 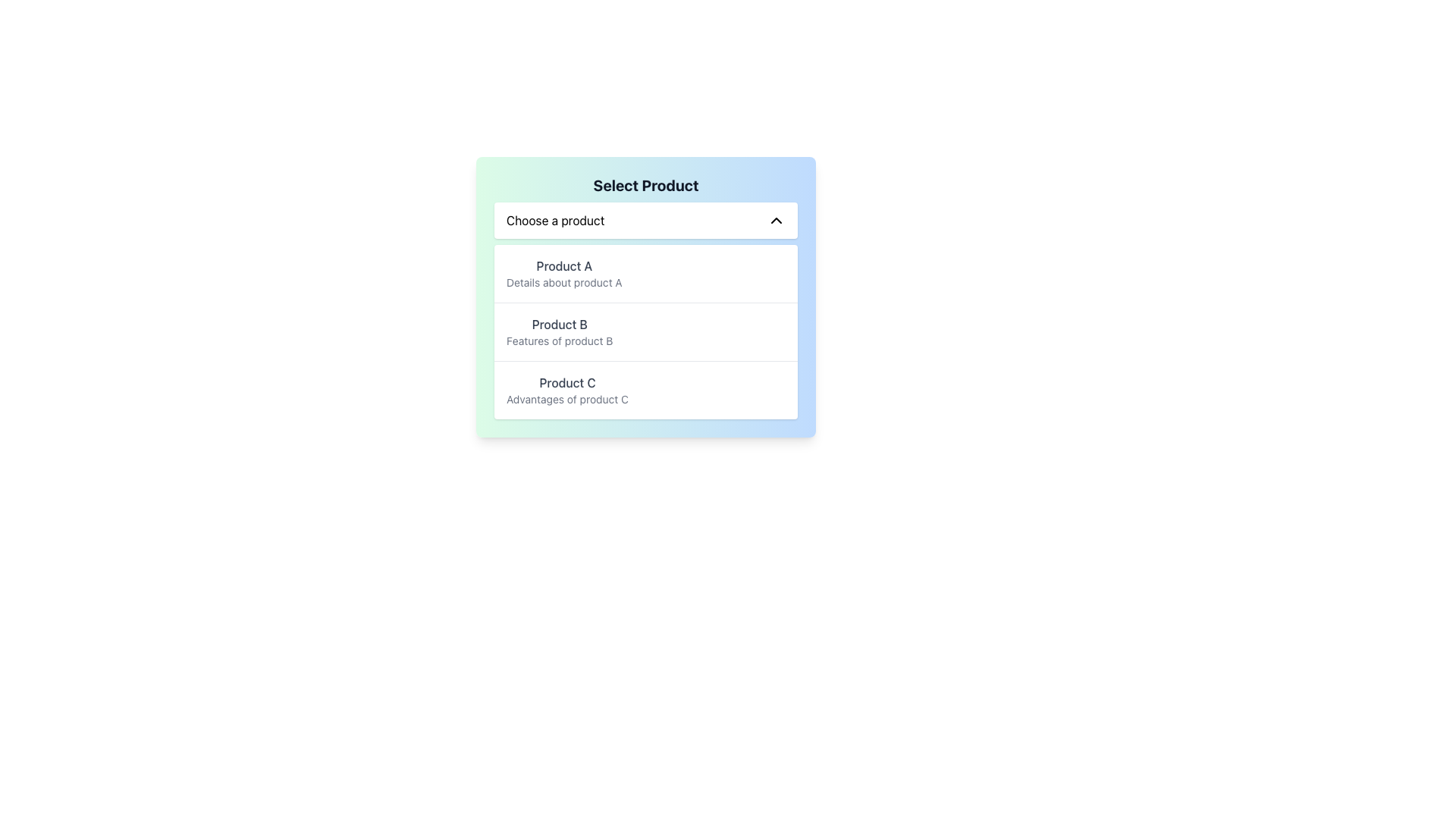 What do you see at coordinates (563, 274) in the screenshot?
I see `the first list item labeled 'Product A'` at bounding box center [563, 274].